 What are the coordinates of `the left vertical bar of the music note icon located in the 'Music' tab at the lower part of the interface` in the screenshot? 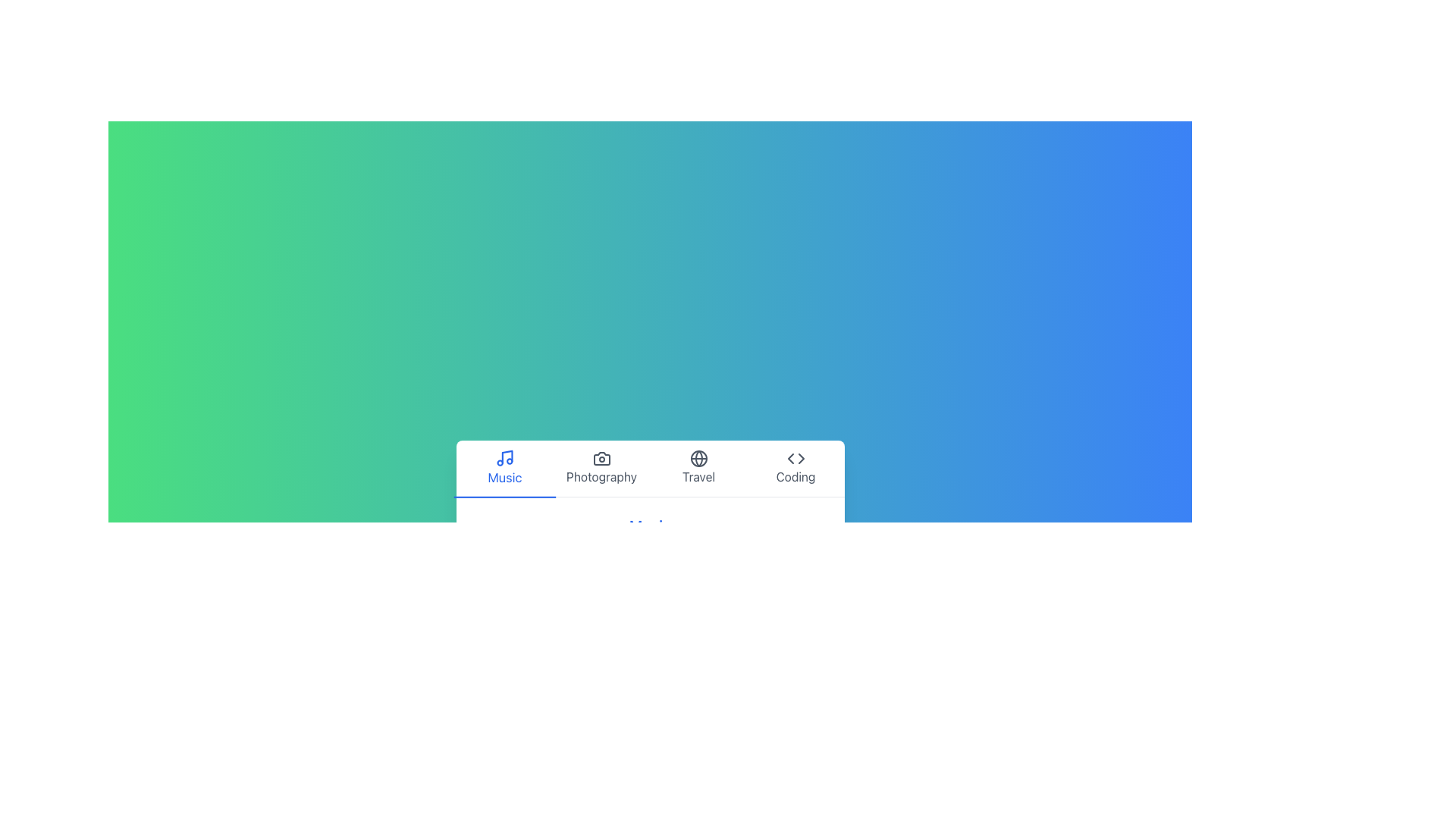 It's located at (507, 456).